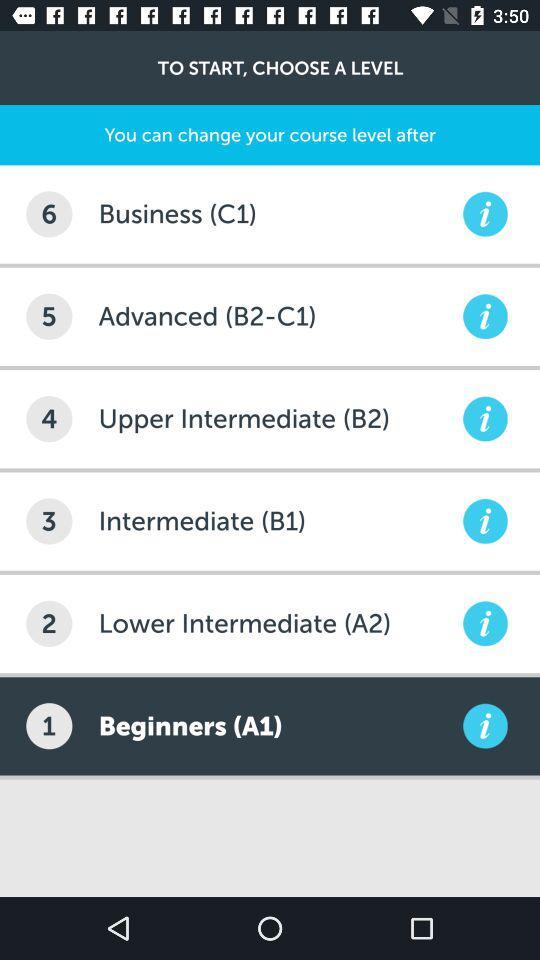  What do you see at coordinates (484, 214) in the screenshot?
I see `click for more information` at bounding box center [484, 214].